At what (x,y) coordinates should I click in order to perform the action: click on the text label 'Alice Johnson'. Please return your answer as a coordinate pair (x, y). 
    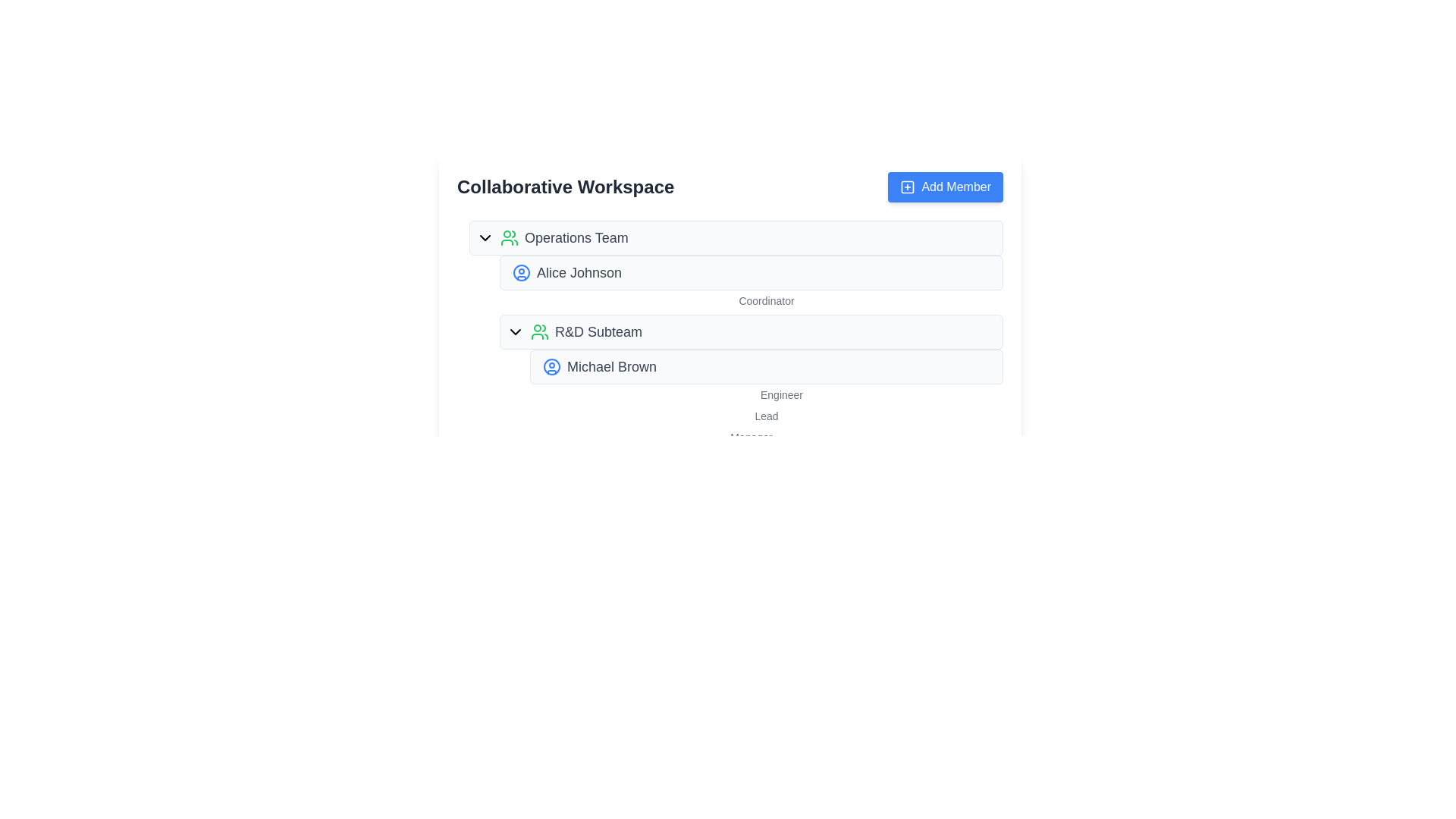
    Looking at the image, I should click on (578, 271).